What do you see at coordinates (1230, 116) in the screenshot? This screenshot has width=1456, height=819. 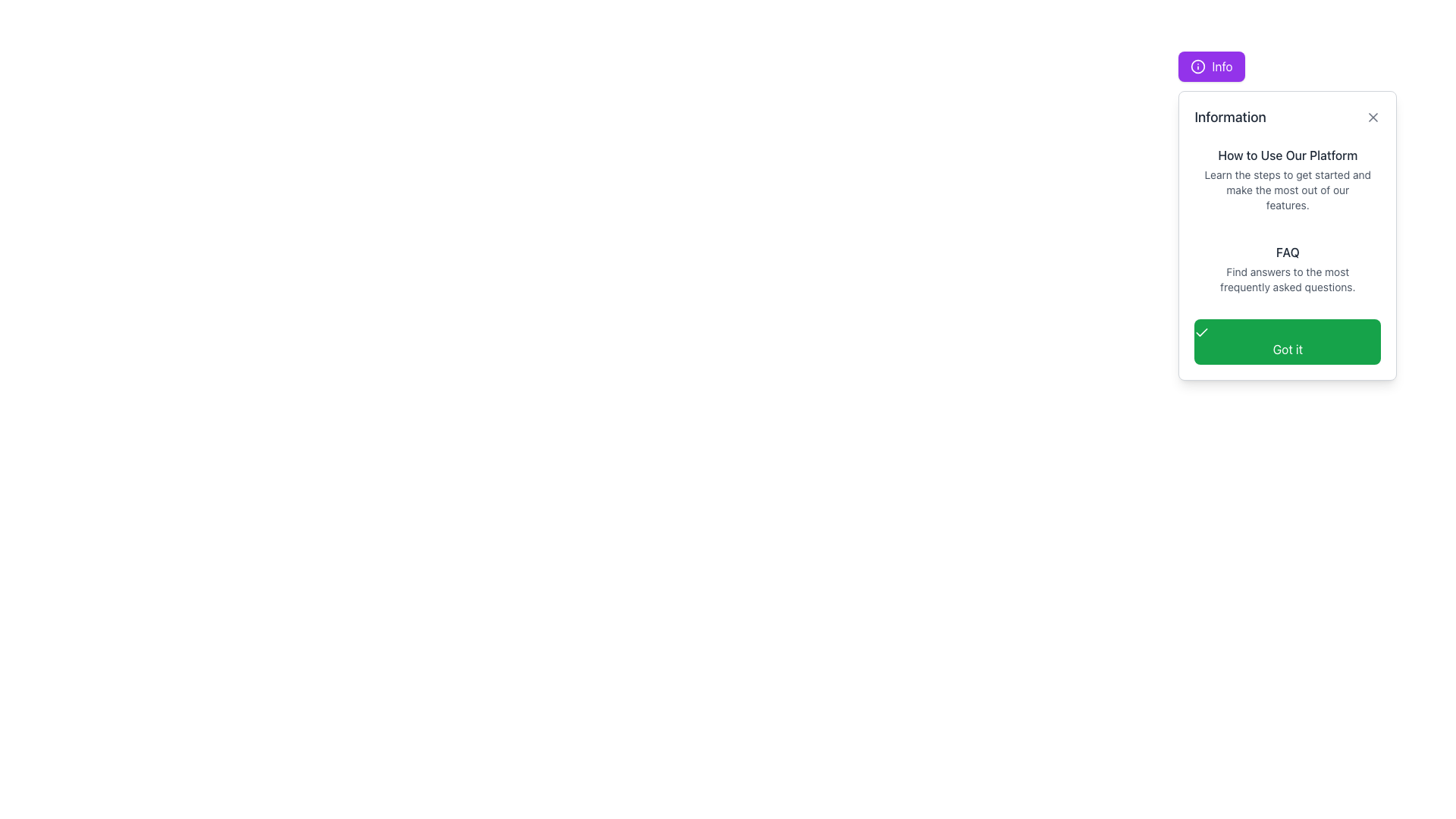 I see `the bold text label reading 'Information', which is styled in black sans-serif font and positioned at the top left of the popup` at bounding box center [1230, 116].